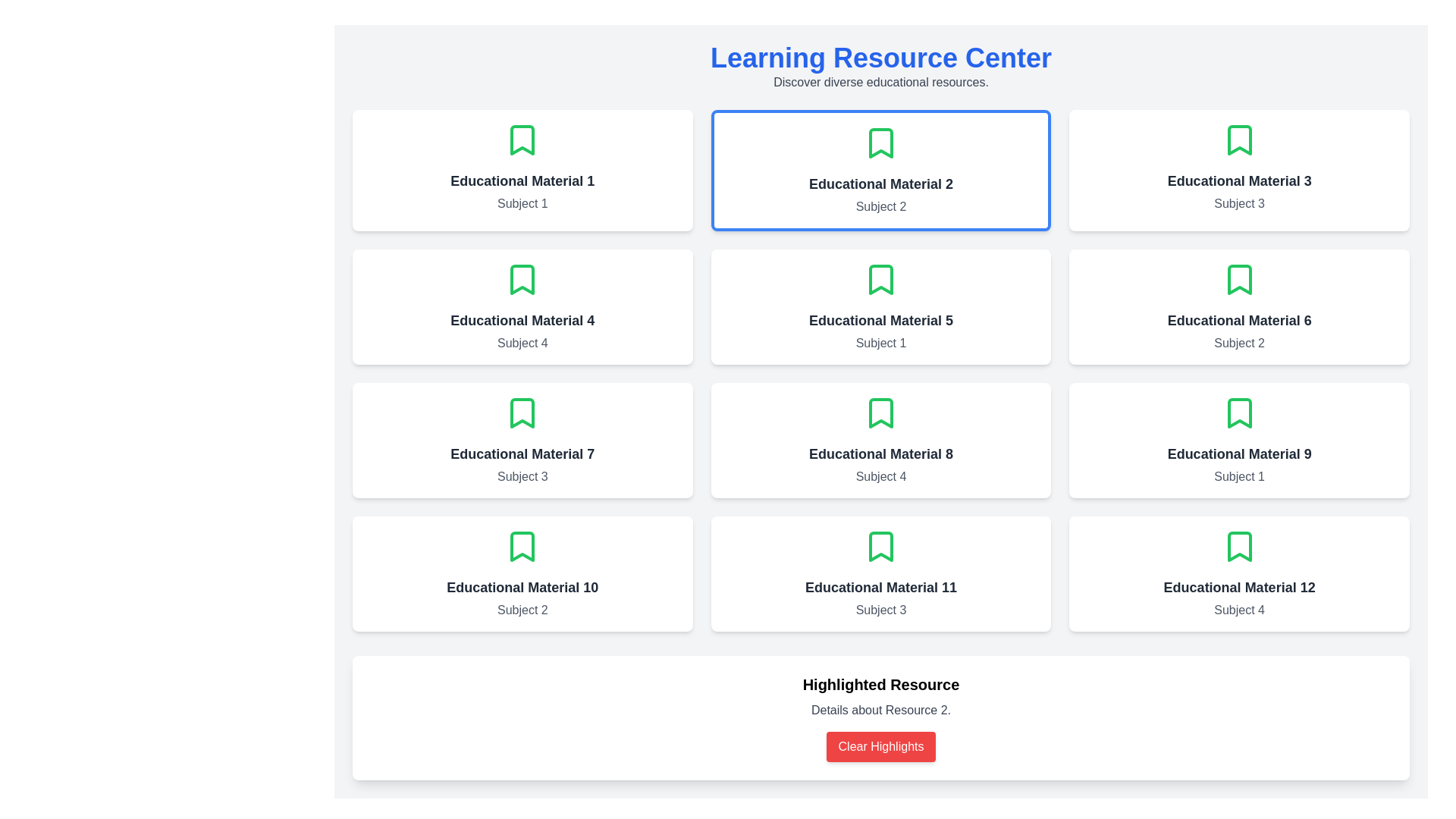 This screenshot has width=1456, height=819. What do you see at coordinates (1239, 587) in the screenshot?
I see `the Text label that identifies educational material number 12, located in the bottom-right card of the grid layout, centered above 'Subject 4'` at bounding box center [1239, 587].